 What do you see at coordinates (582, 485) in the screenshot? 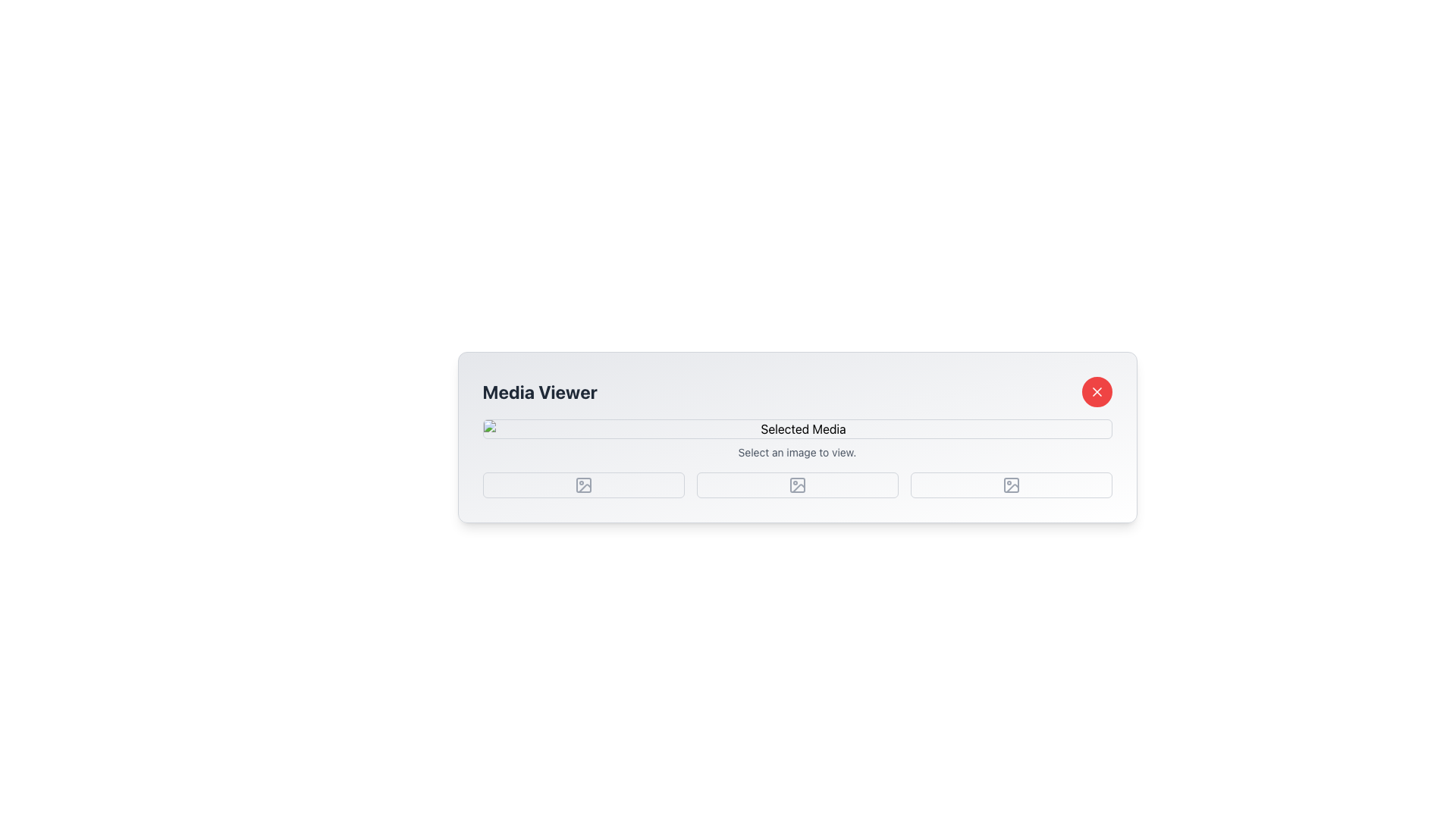
I see `details of the icon representing a specific state or action related to media management, located in the second slot of the four icons in the lower section of the 'Media Viewer' interface` at bounding box center [582, 485].